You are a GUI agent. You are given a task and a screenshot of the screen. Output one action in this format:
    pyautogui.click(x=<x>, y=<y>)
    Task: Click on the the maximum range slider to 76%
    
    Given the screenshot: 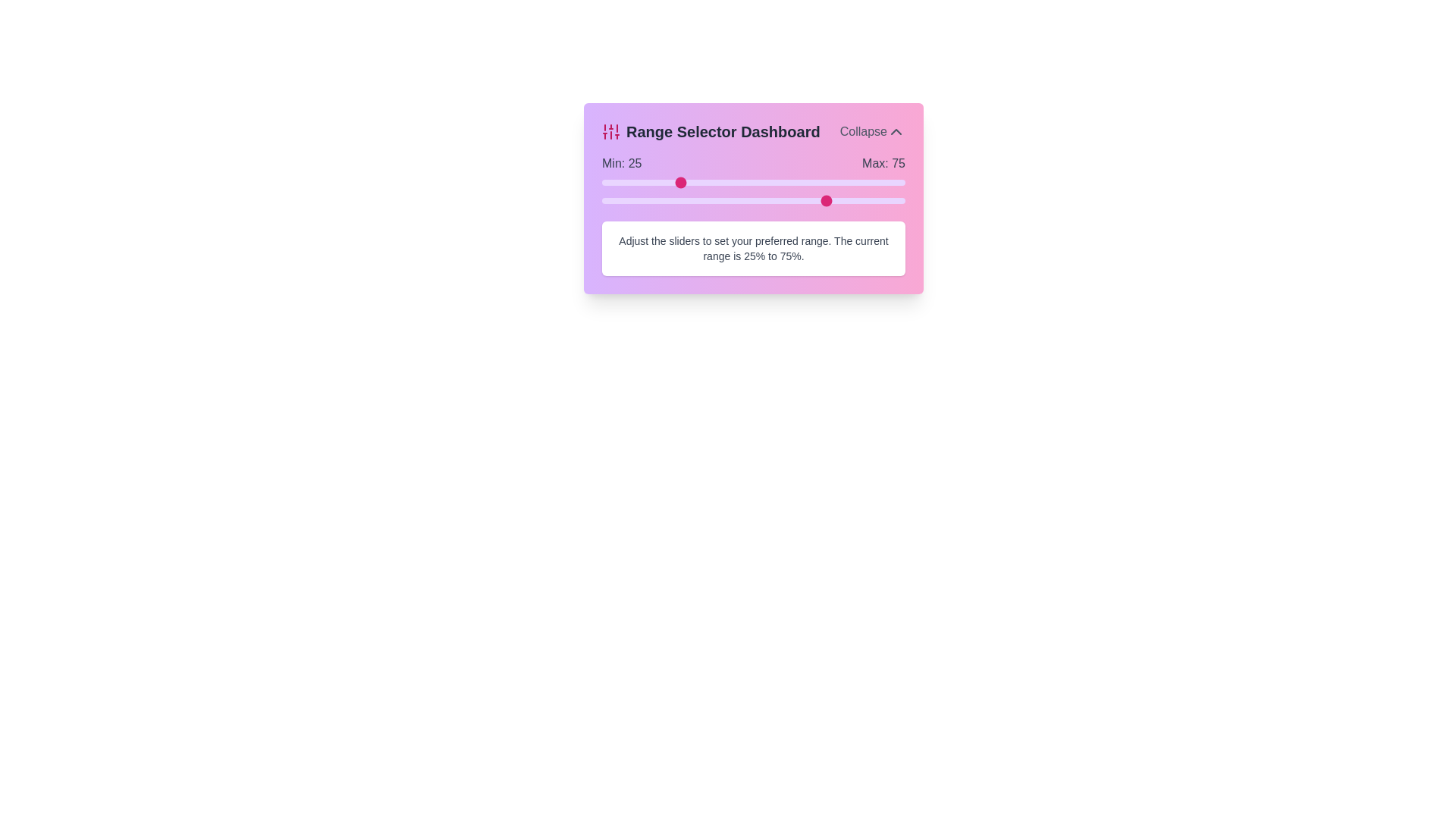 What is the action you would take?
    pyautogui.click(x=832, y=200)
    